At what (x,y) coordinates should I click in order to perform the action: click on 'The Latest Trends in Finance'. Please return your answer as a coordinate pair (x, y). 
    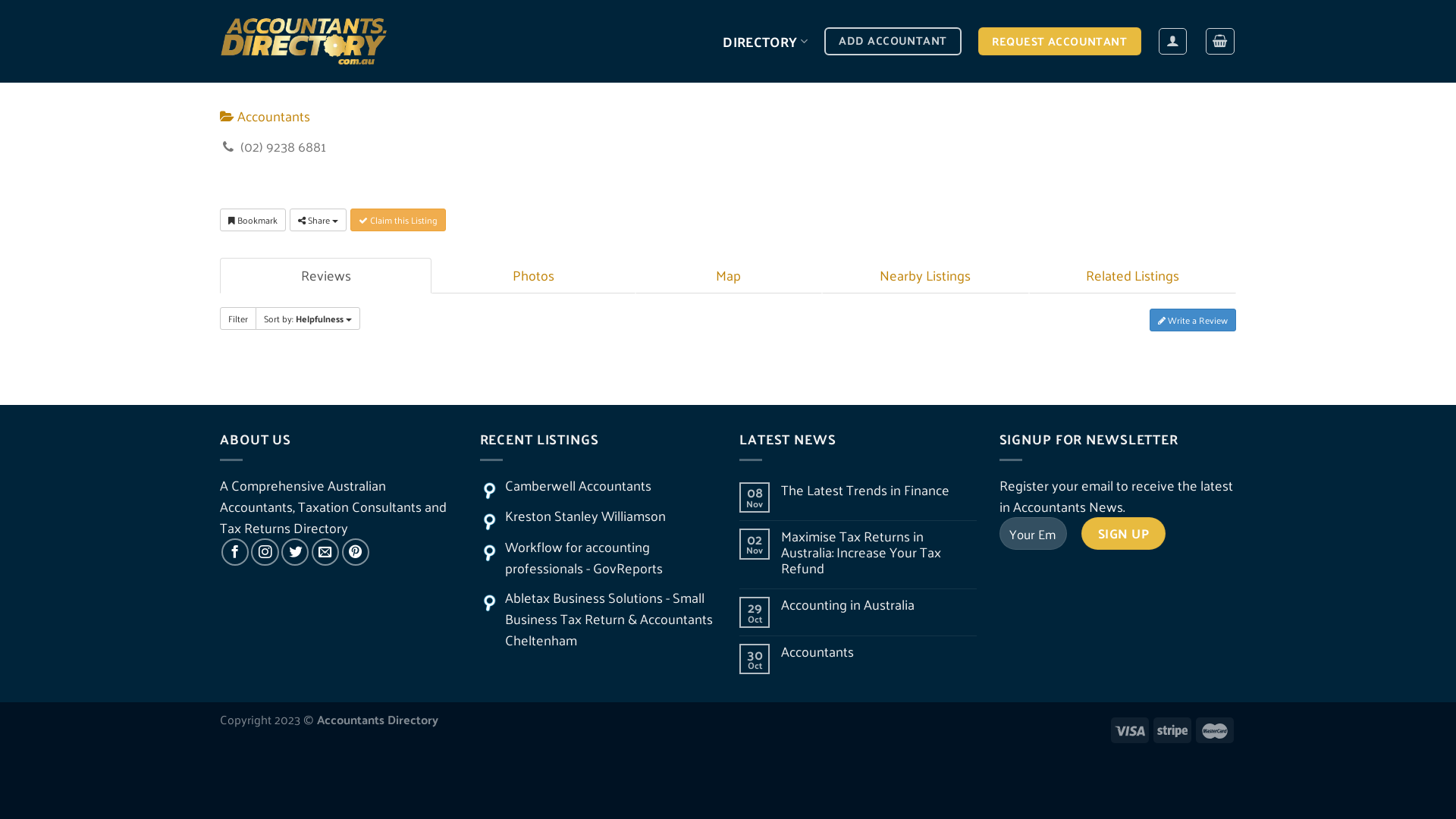
    Looking at the image, I should click on (878, 490).